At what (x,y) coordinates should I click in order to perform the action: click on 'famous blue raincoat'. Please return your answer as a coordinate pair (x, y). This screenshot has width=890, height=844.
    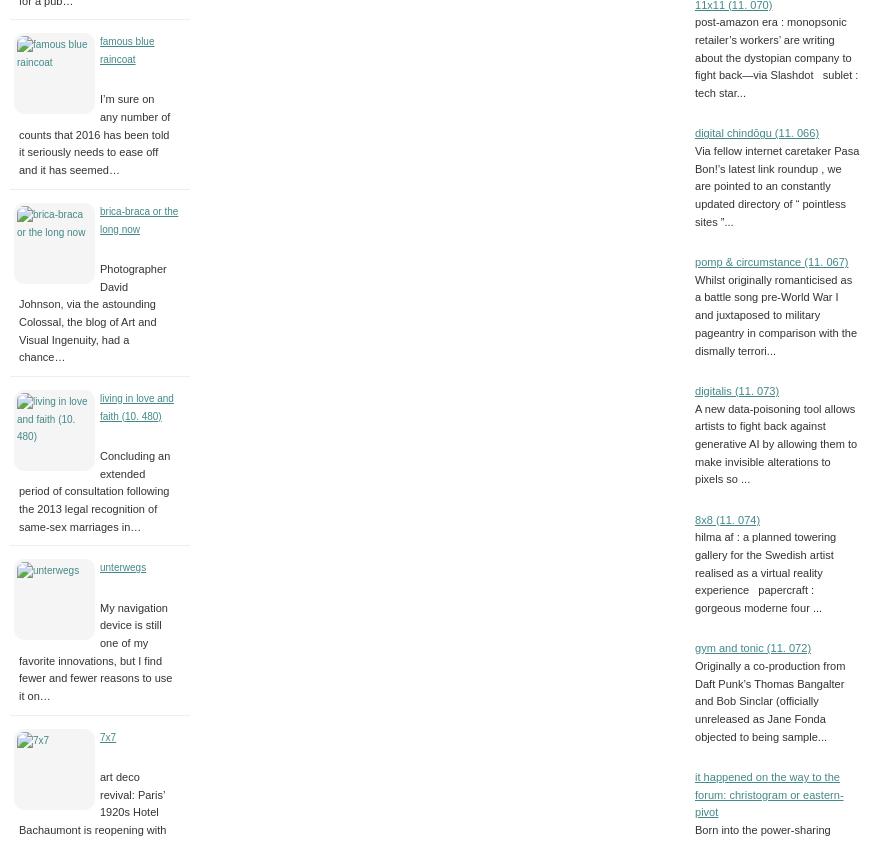
    Looking at the image, I should click on (126, 49).